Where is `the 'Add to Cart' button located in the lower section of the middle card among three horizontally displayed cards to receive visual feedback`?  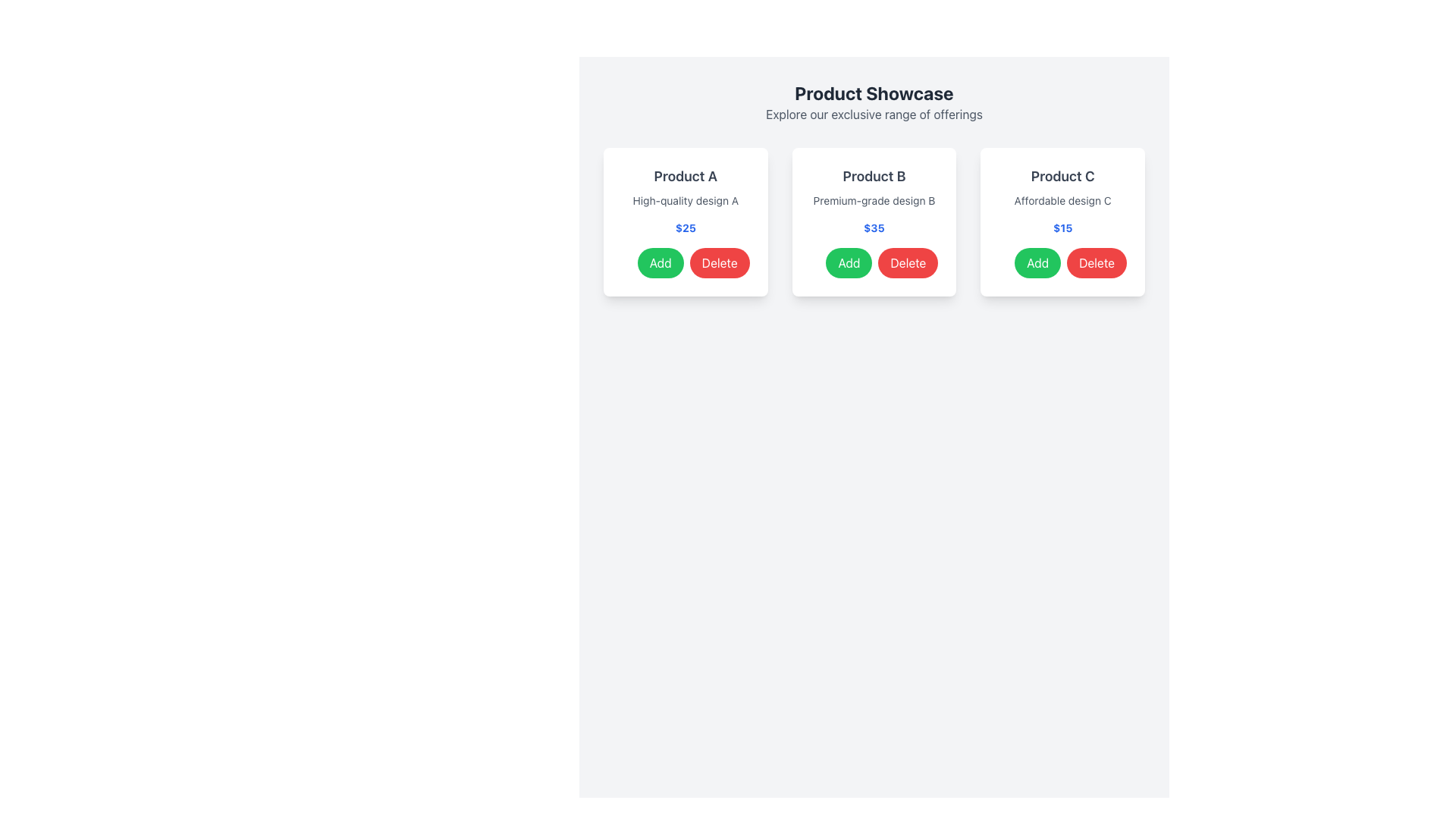 the 'Add to Cart' button located in the lower section of the middle card among three horizontally displayed cards to receive visual feedback is located at coordinates (848, 262).